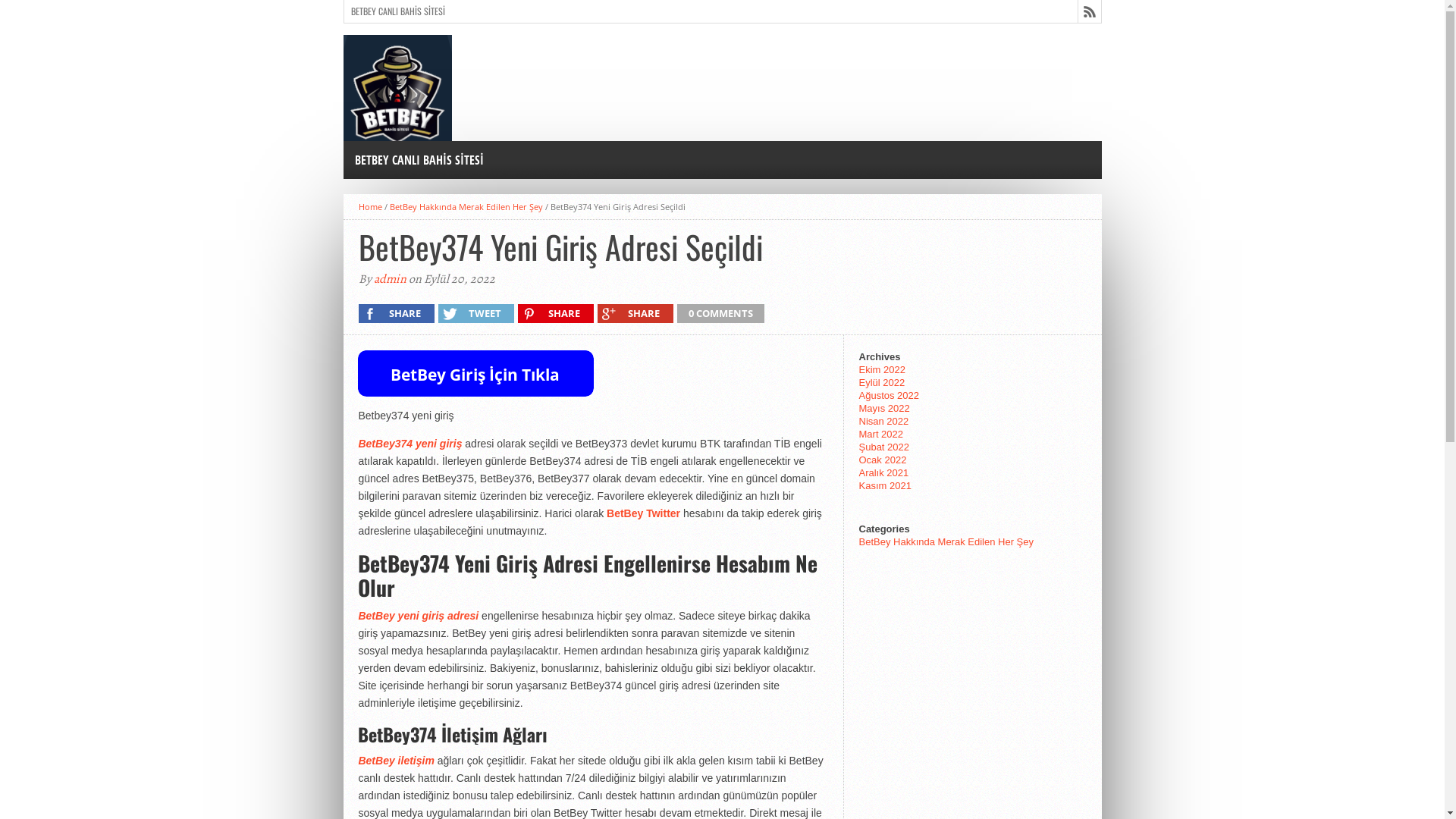 The height and width of the screenshot is (819, 1456). Describe the element at coordinates (858, 369) in the screenshot. I see `'Ekim 2022'` at that location.